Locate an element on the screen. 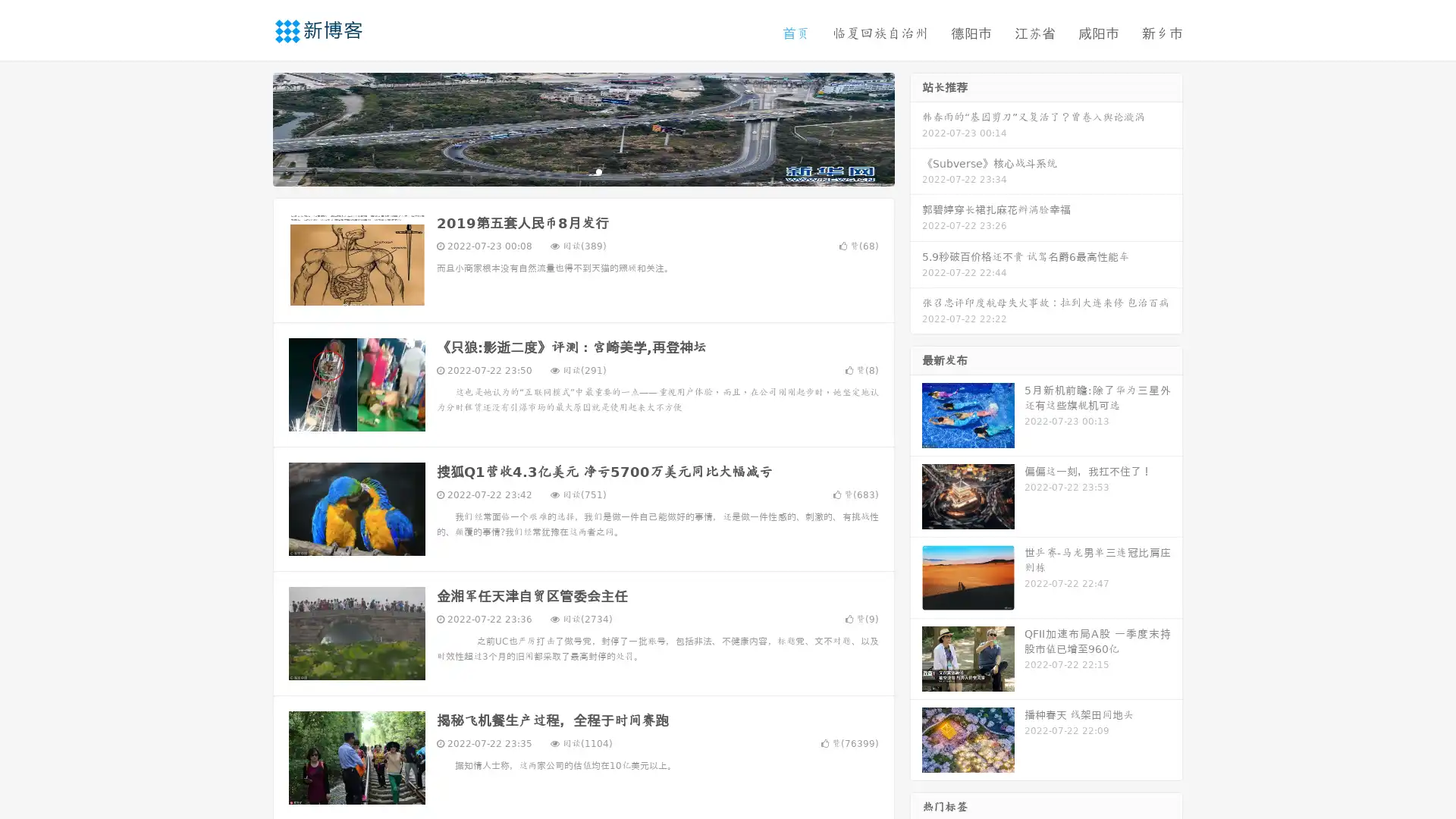  Next slide is located at coordinates (916, 127).